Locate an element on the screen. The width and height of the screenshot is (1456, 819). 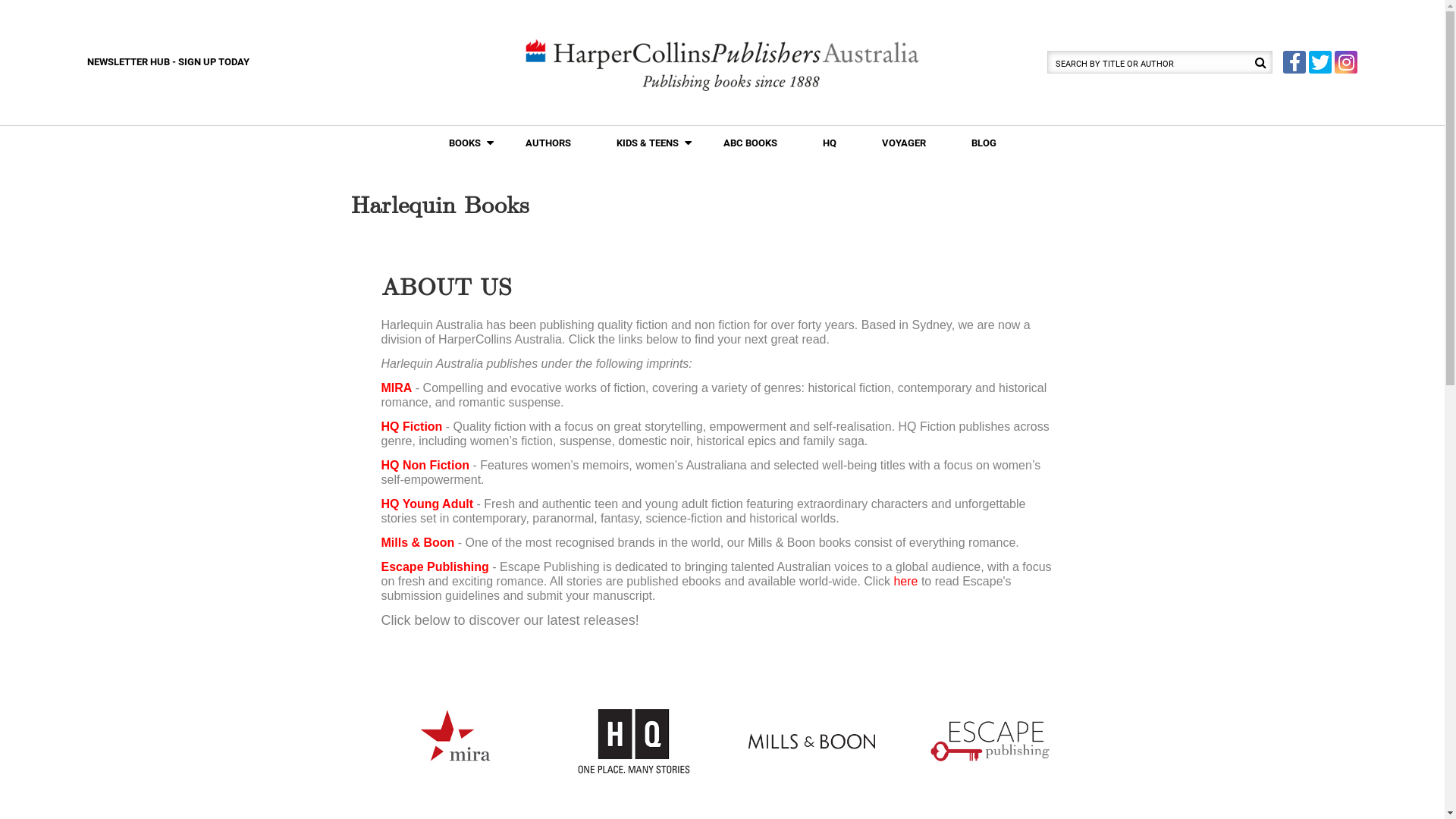
'Twitter' is located at coordinates (1319, 61).